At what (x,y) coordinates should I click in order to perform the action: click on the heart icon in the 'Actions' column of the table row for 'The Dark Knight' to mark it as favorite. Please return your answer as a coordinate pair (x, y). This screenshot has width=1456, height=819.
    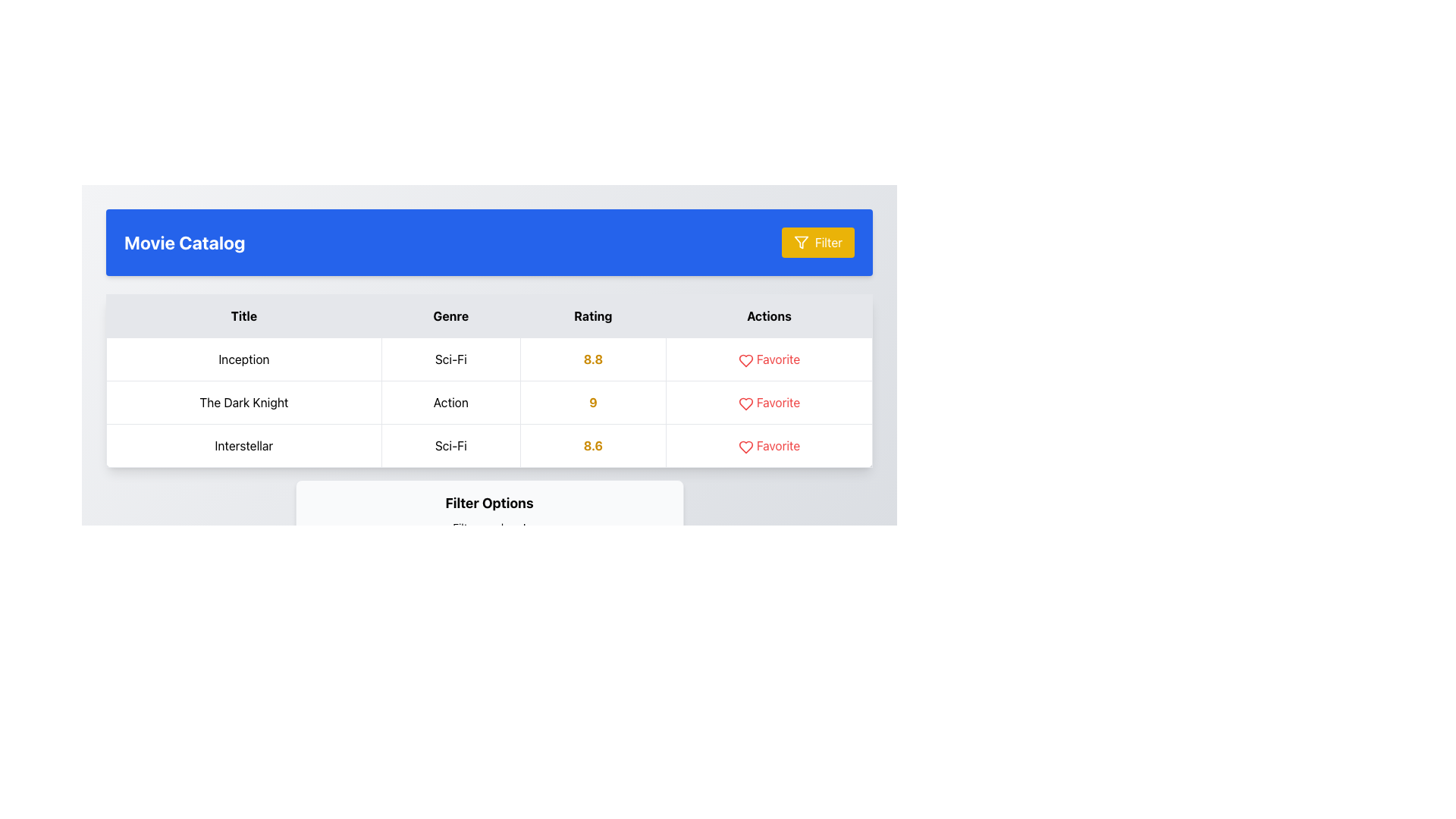
    Looking at the image, I should click on (745, 360).